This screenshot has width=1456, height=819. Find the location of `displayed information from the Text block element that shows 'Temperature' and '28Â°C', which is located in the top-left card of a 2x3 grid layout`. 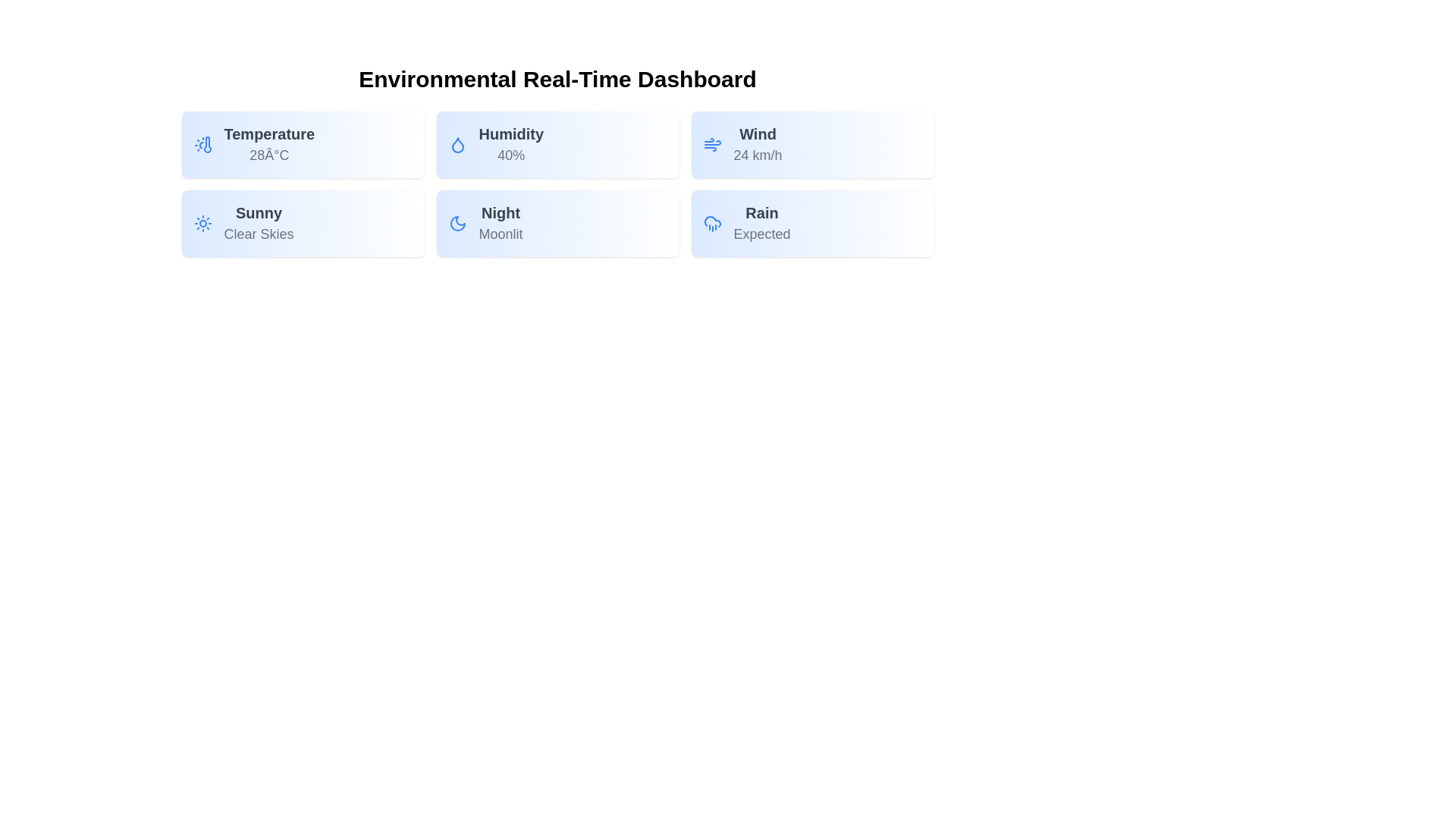

displayed information from the Text block element that shows 'Temperature' and '28Â°C', which is located in the top-left card of a 2x3 grid layout is located at coordinates (269, 145).